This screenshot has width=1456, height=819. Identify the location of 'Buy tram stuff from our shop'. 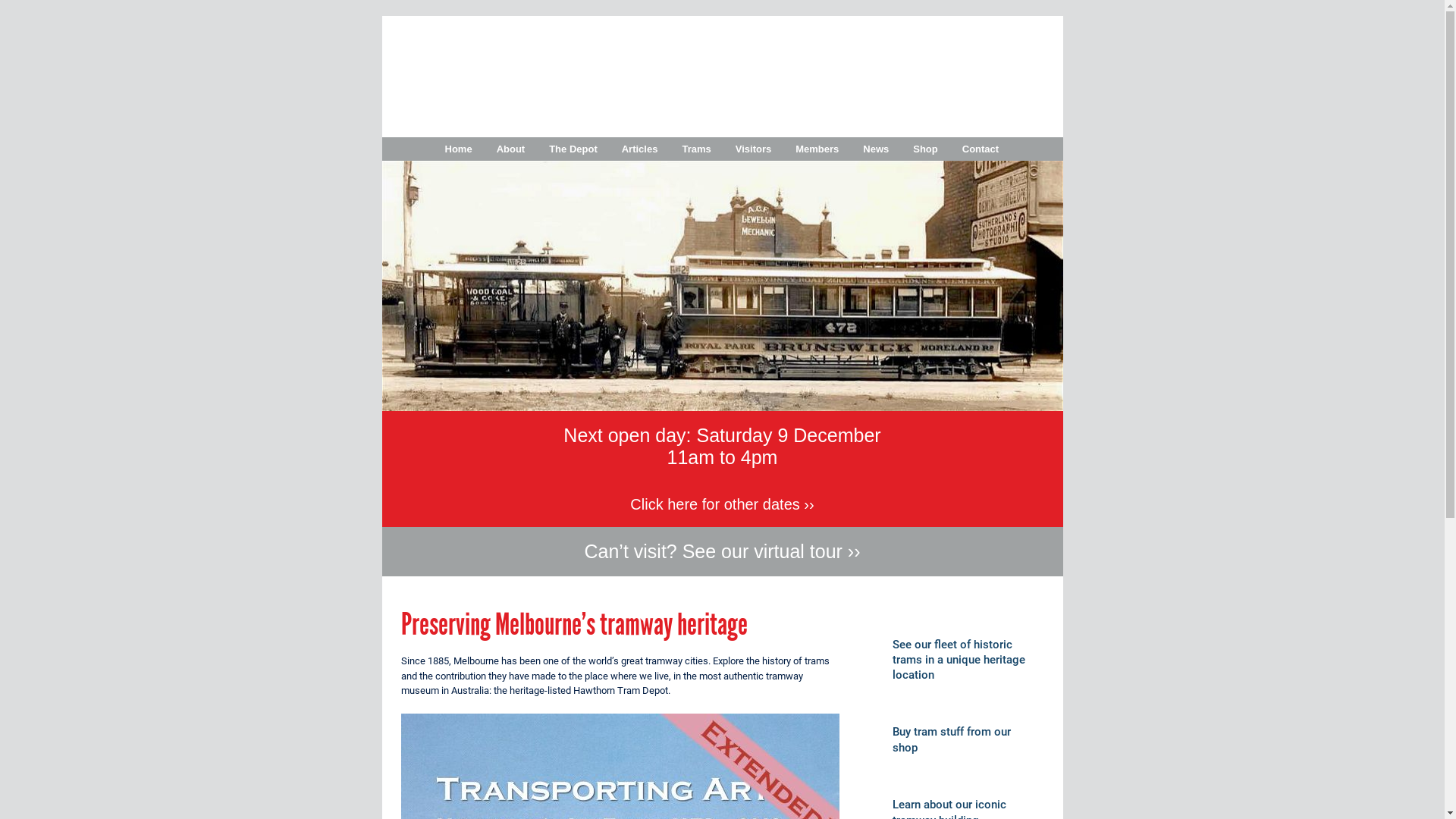
(950, 739).